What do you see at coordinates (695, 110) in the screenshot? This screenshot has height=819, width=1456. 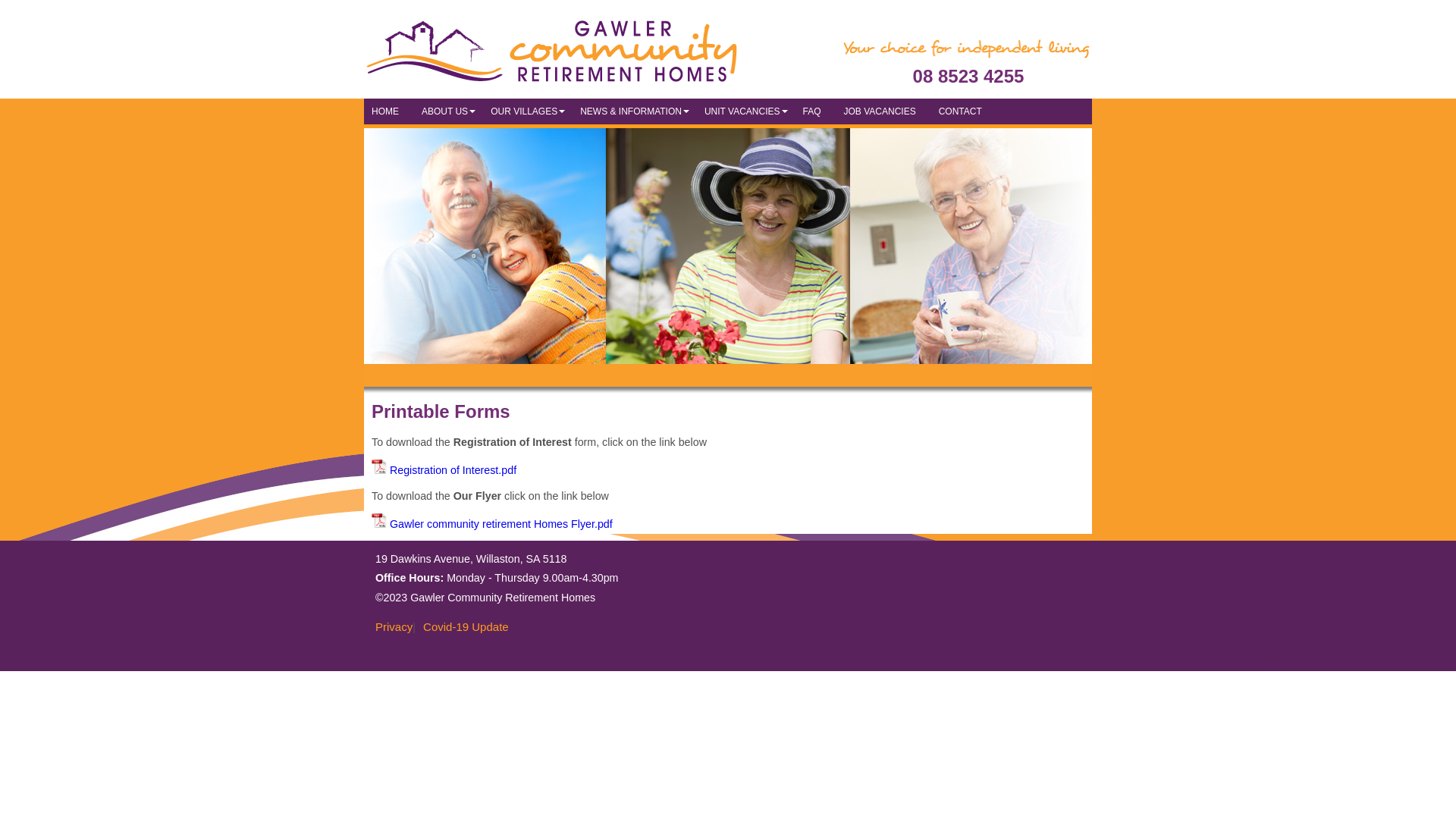 I see `'UNIT VACANCIES'` at bounding box center [695, 110].